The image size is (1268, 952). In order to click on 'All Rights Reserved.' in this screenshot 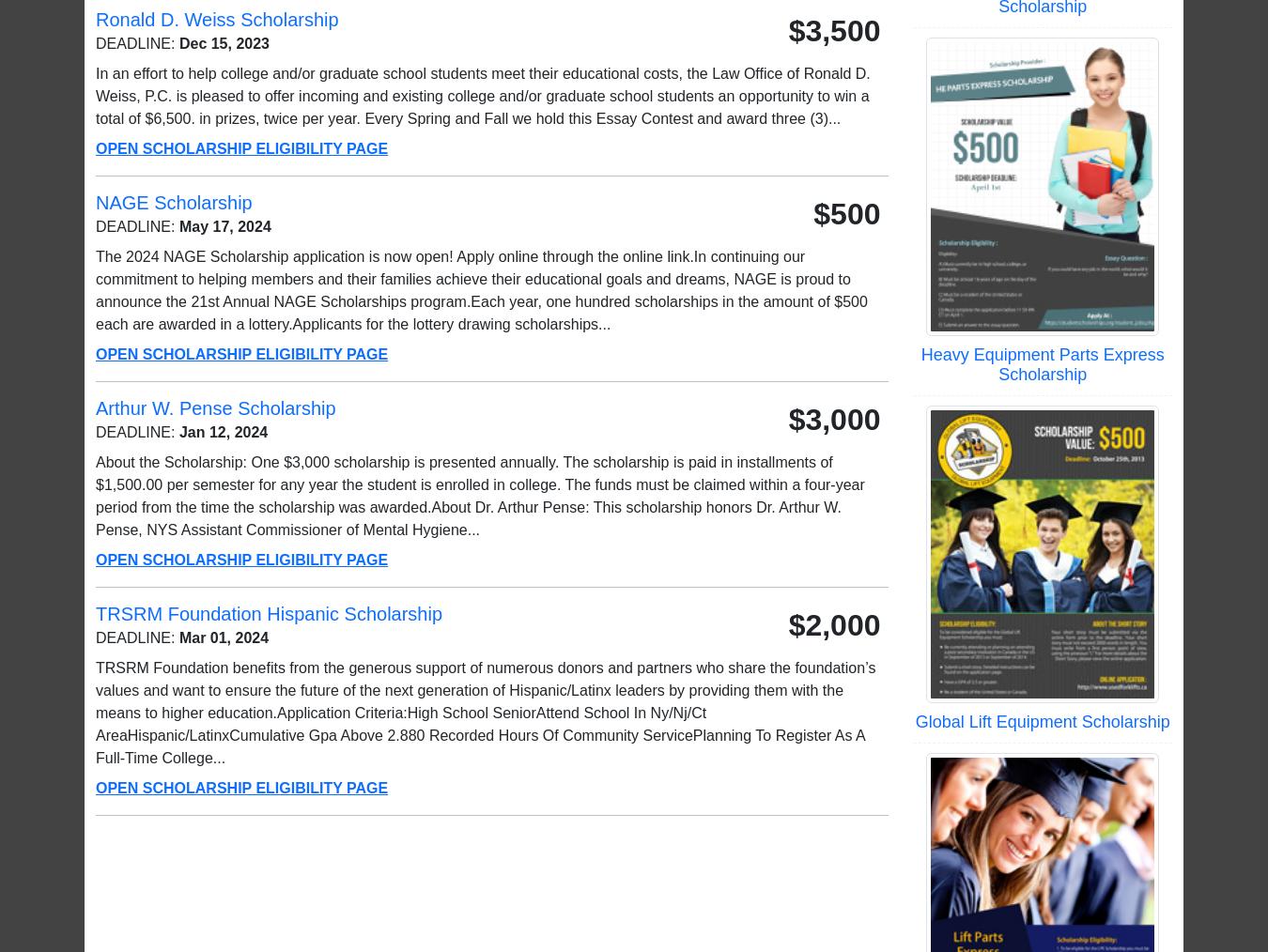, I will do `click(1111, 899)`.